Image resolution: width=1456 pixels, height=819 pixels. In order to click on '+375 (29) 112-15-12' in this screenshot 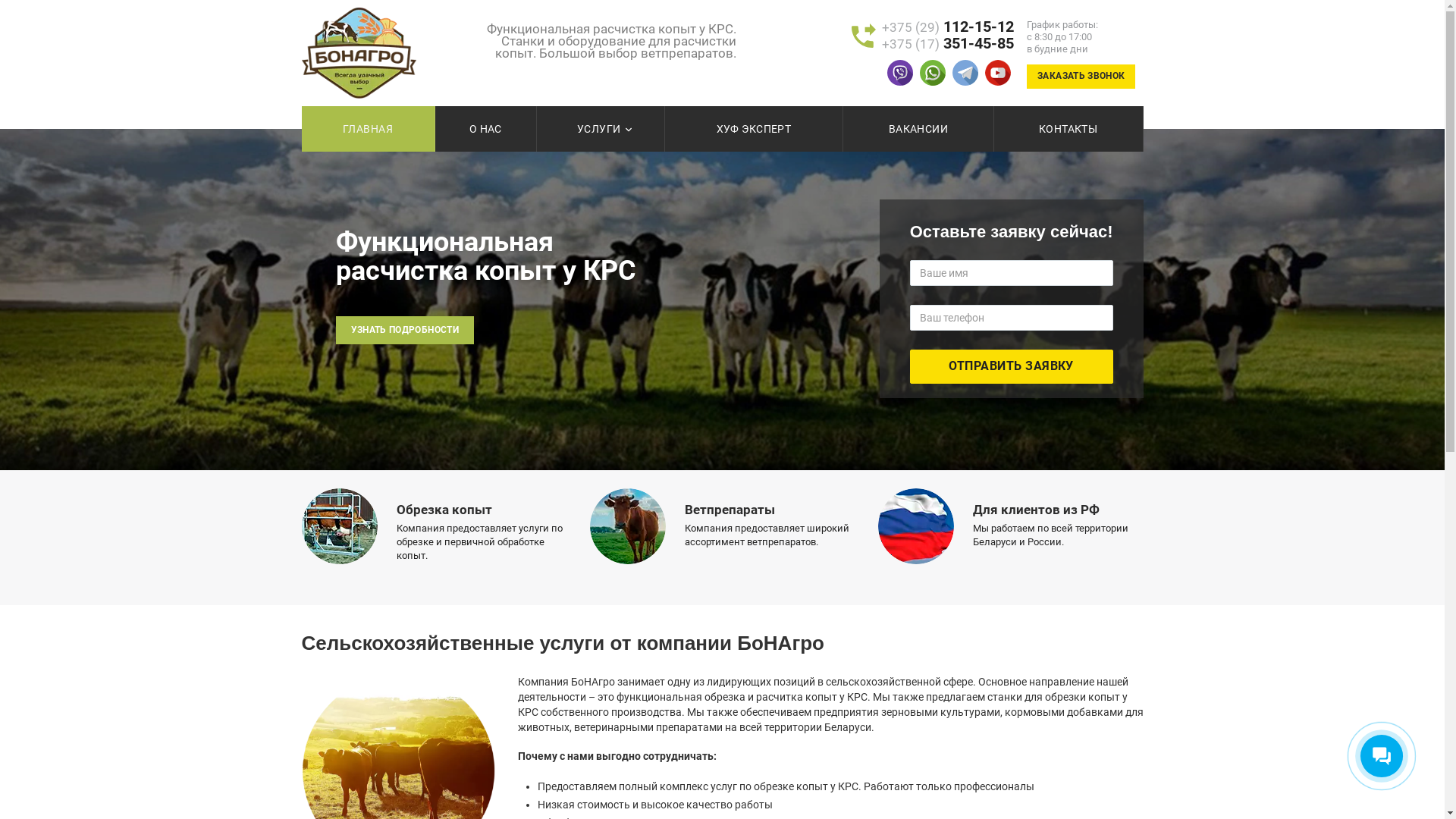, I will do `click(946, 27)`.